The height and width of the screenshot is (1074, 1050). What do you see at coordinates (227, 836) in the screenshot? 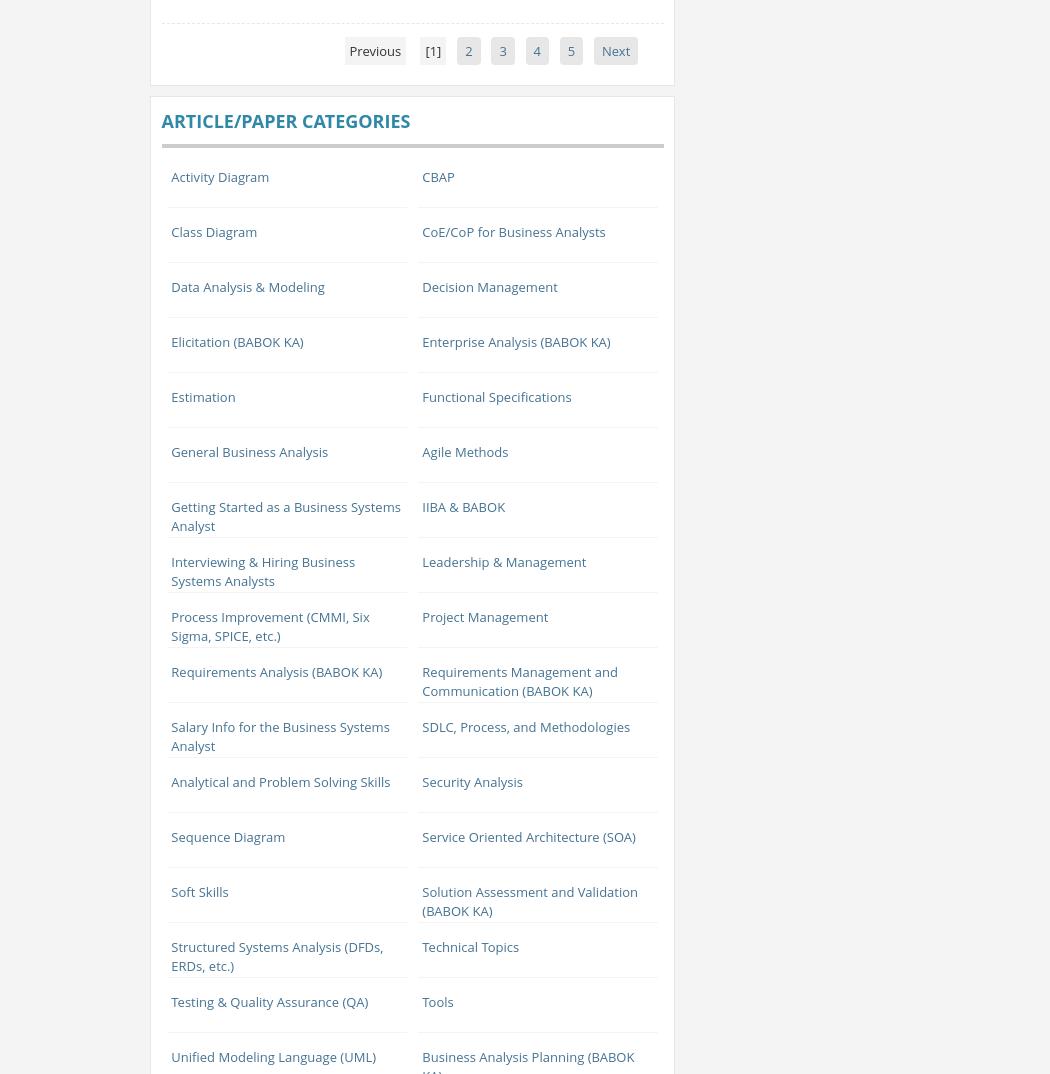
I see `'Sequence Diagram'` at bounding box center [227, 836].